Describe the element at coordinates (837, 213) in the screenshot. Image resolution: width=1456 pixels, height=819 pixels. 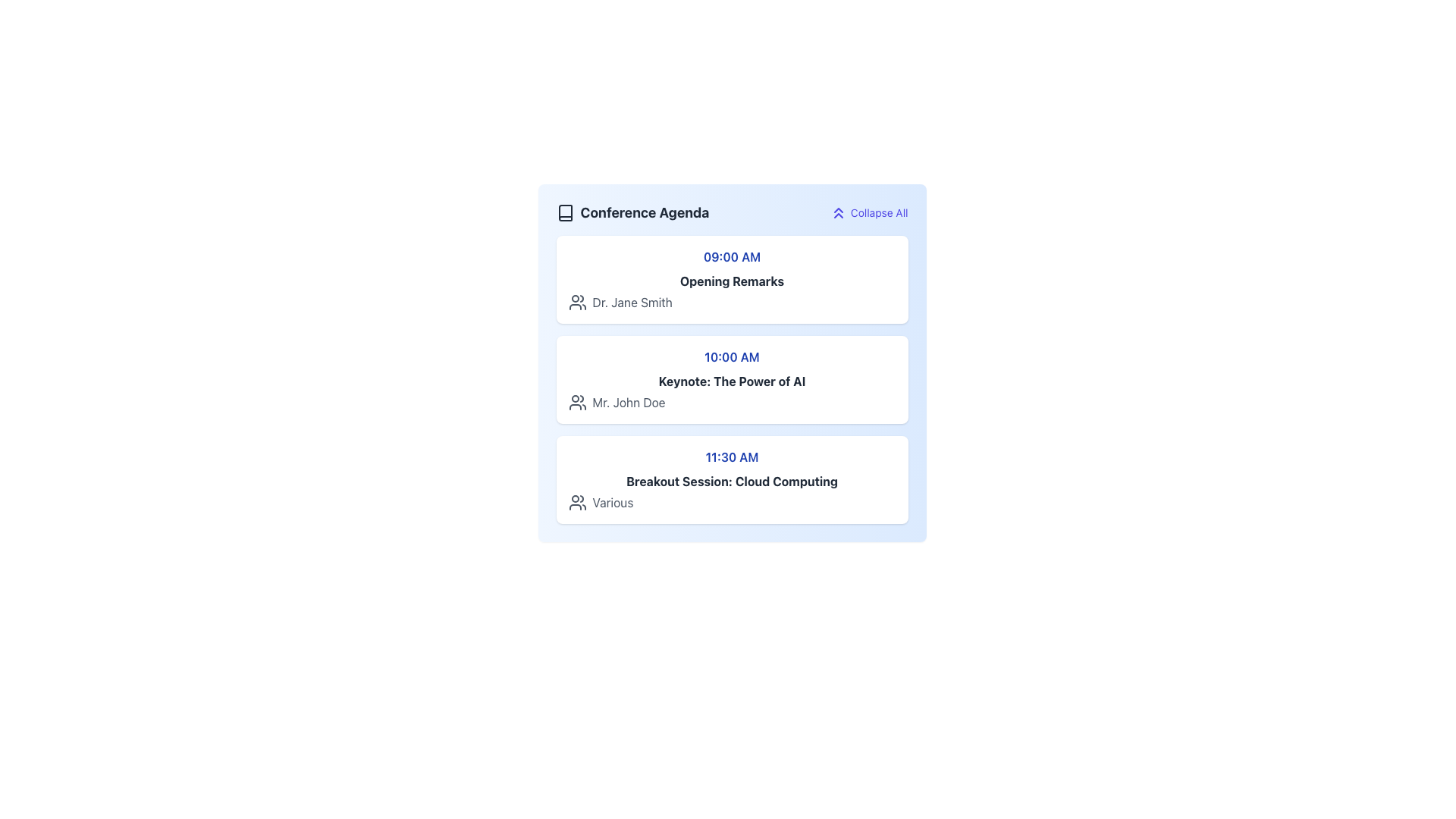
I see `the small blue double-chevron icon representing the 'Collapse All' button located in the top-right corner of the conference agenda card` at that location.